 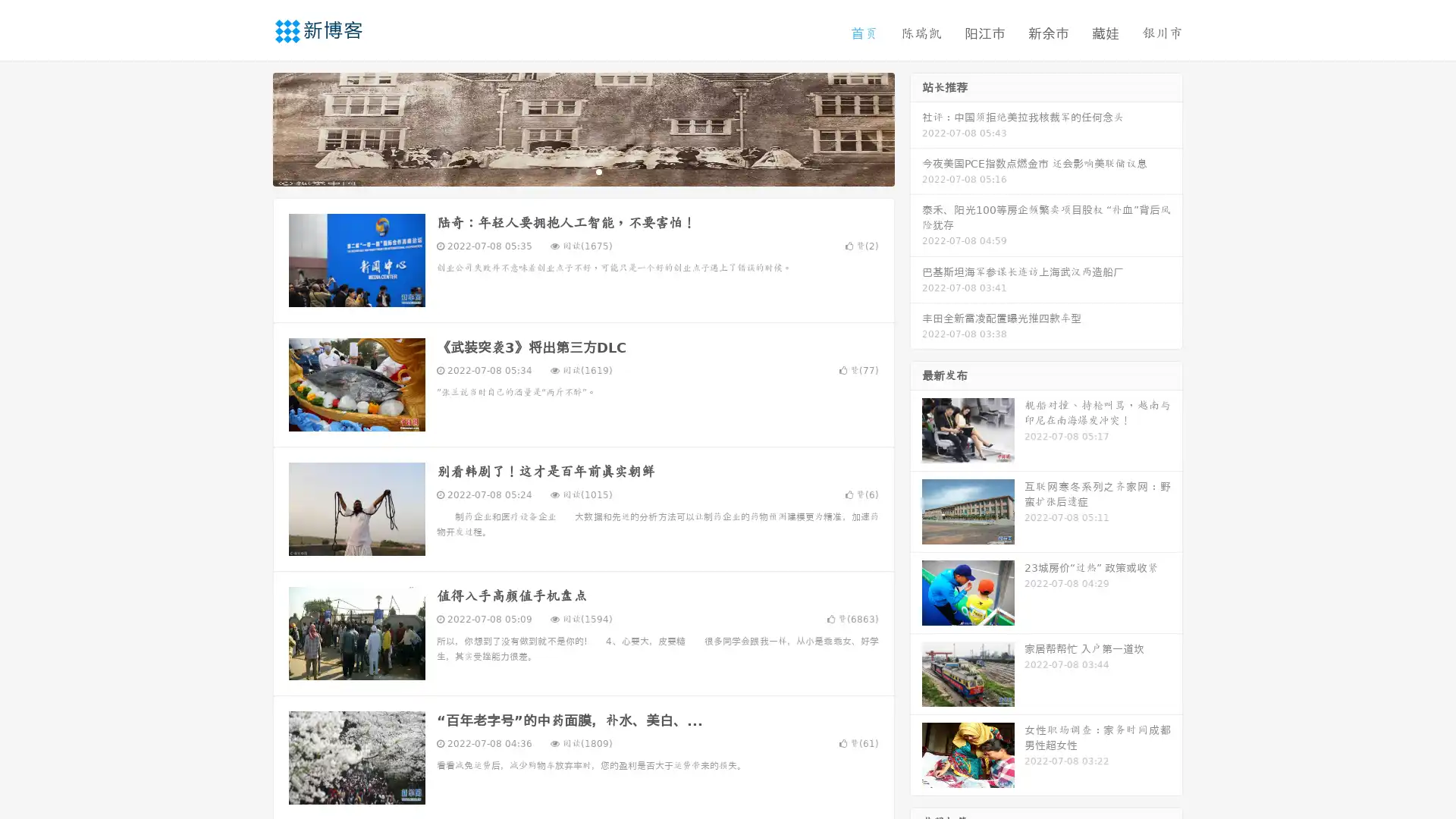 I want to click on Previous slide, so click(x=250, y=127).